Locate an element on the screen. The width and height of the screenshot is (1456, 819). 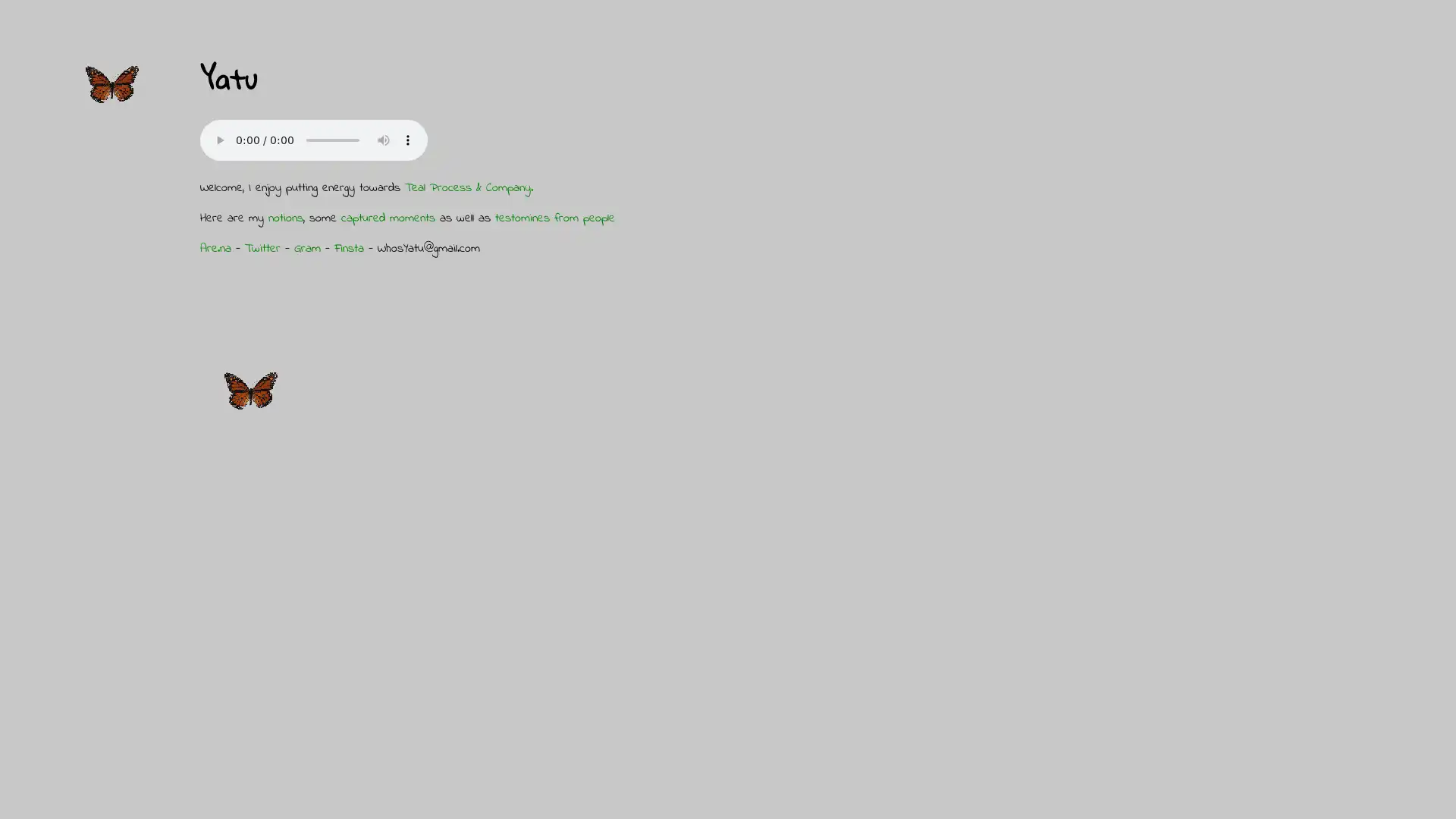
mute is located at coordinates (383, 140).